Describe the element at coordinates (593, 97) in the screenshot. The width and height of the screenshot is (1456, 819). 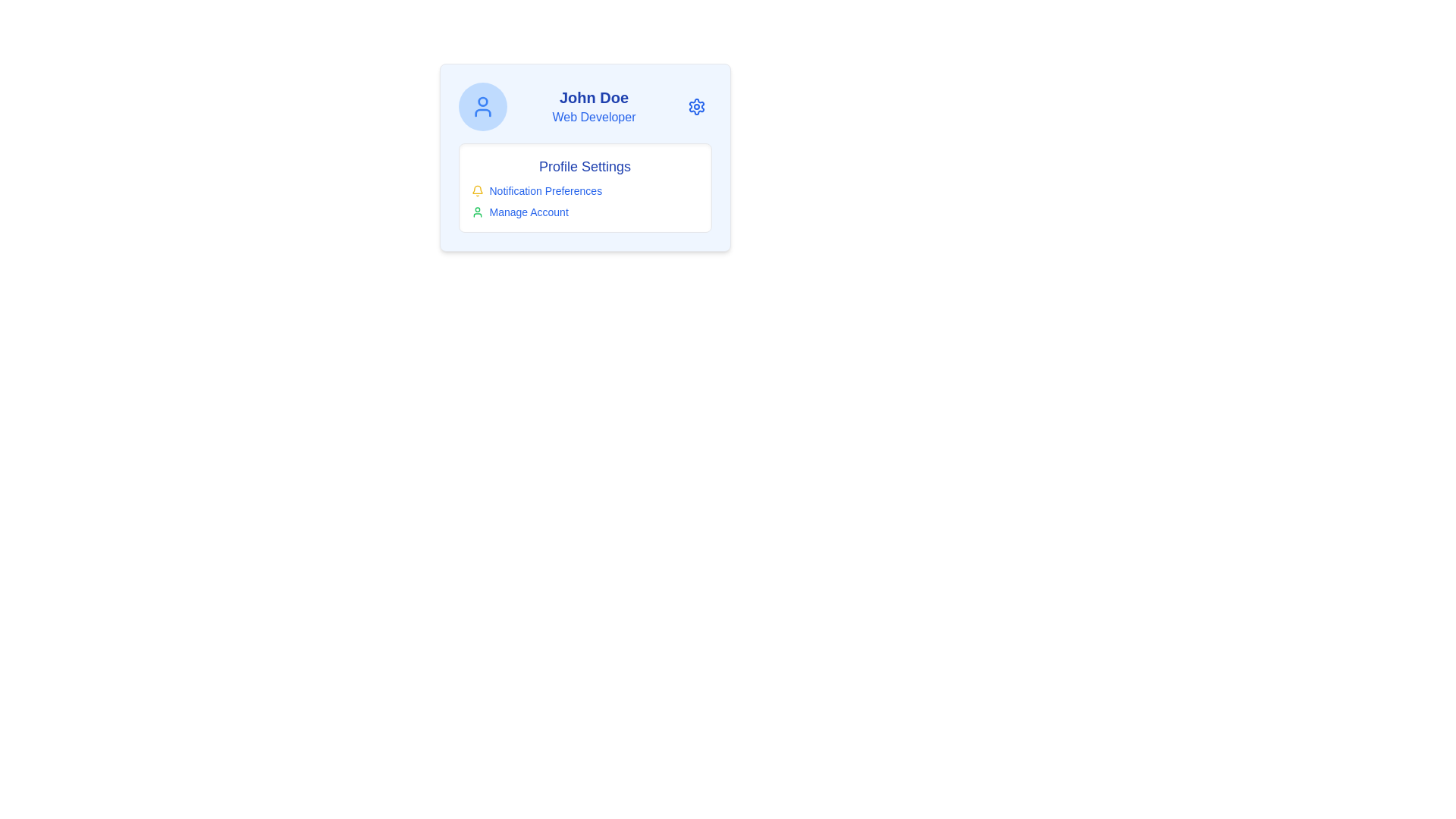
I see `text content of the bold blue text label displaying 'John Doe', which is positioned at the top of the UI card above the smaller text label 'Web Developer'` at that location.